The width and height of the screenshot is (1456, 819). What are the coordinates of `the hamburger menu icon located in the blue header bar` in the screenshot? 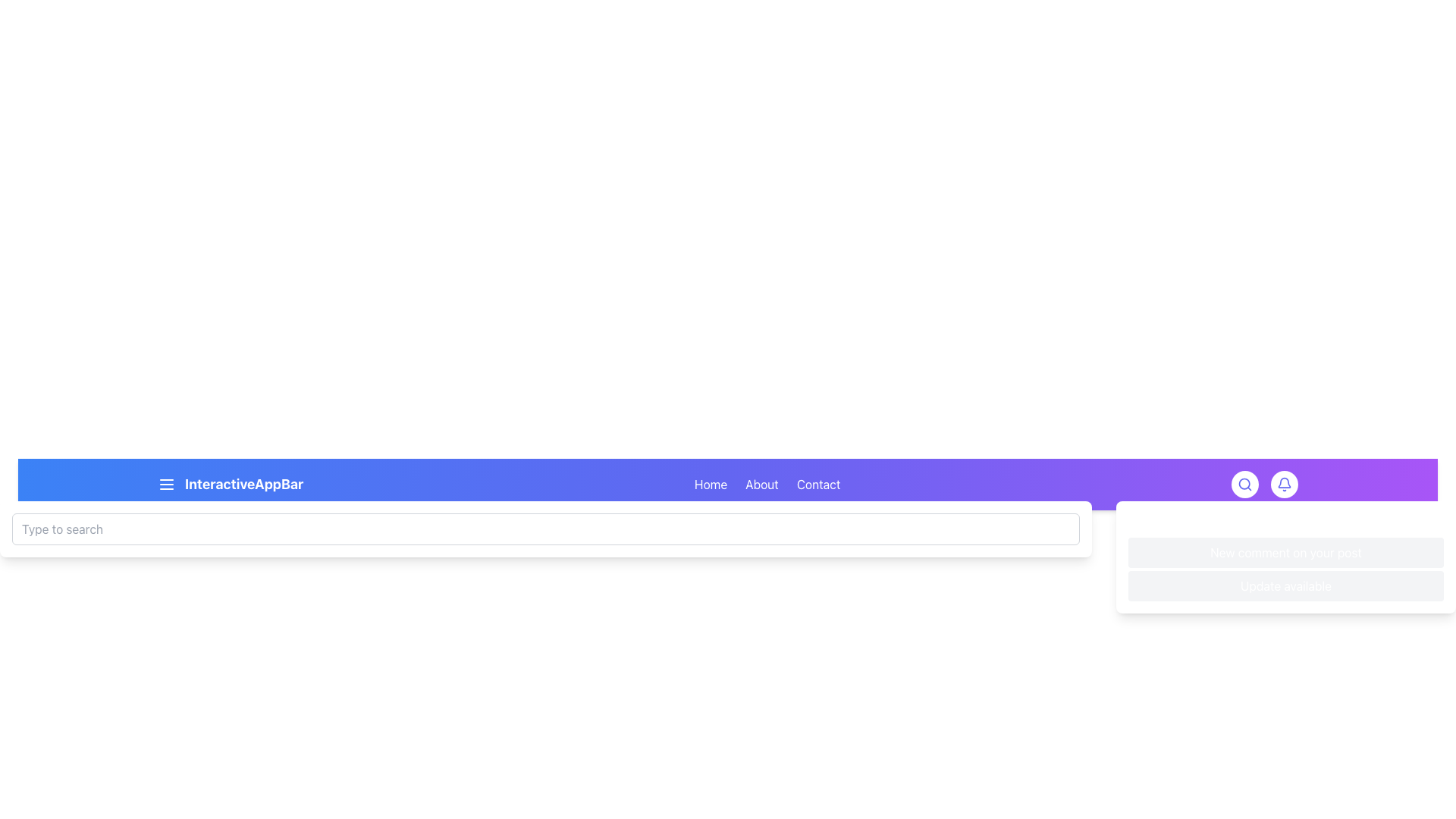 It's located at (167, 485).